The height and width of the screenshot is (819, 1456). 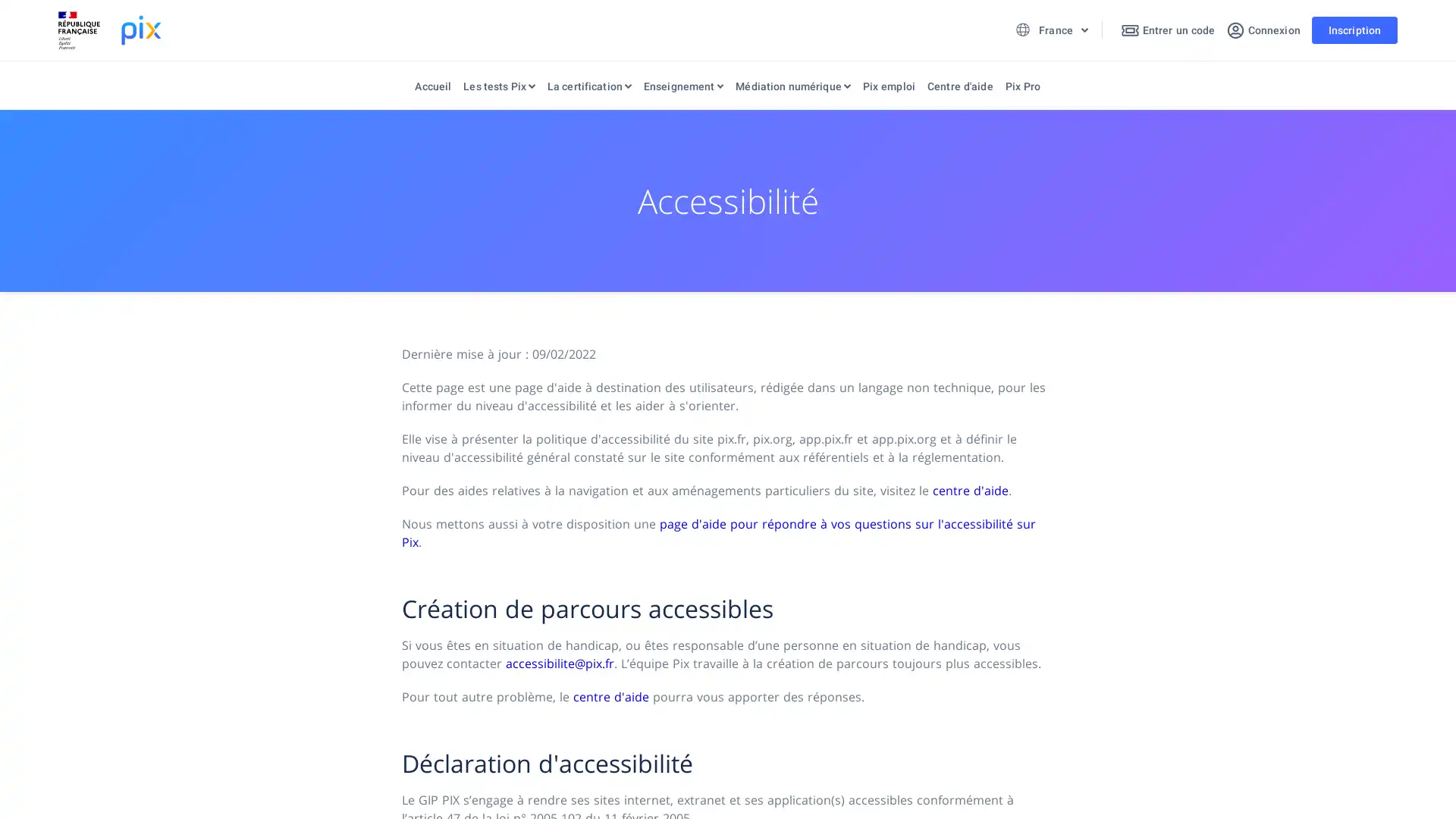 I want to click on Mediation numerique, so click(x=792, y=89).